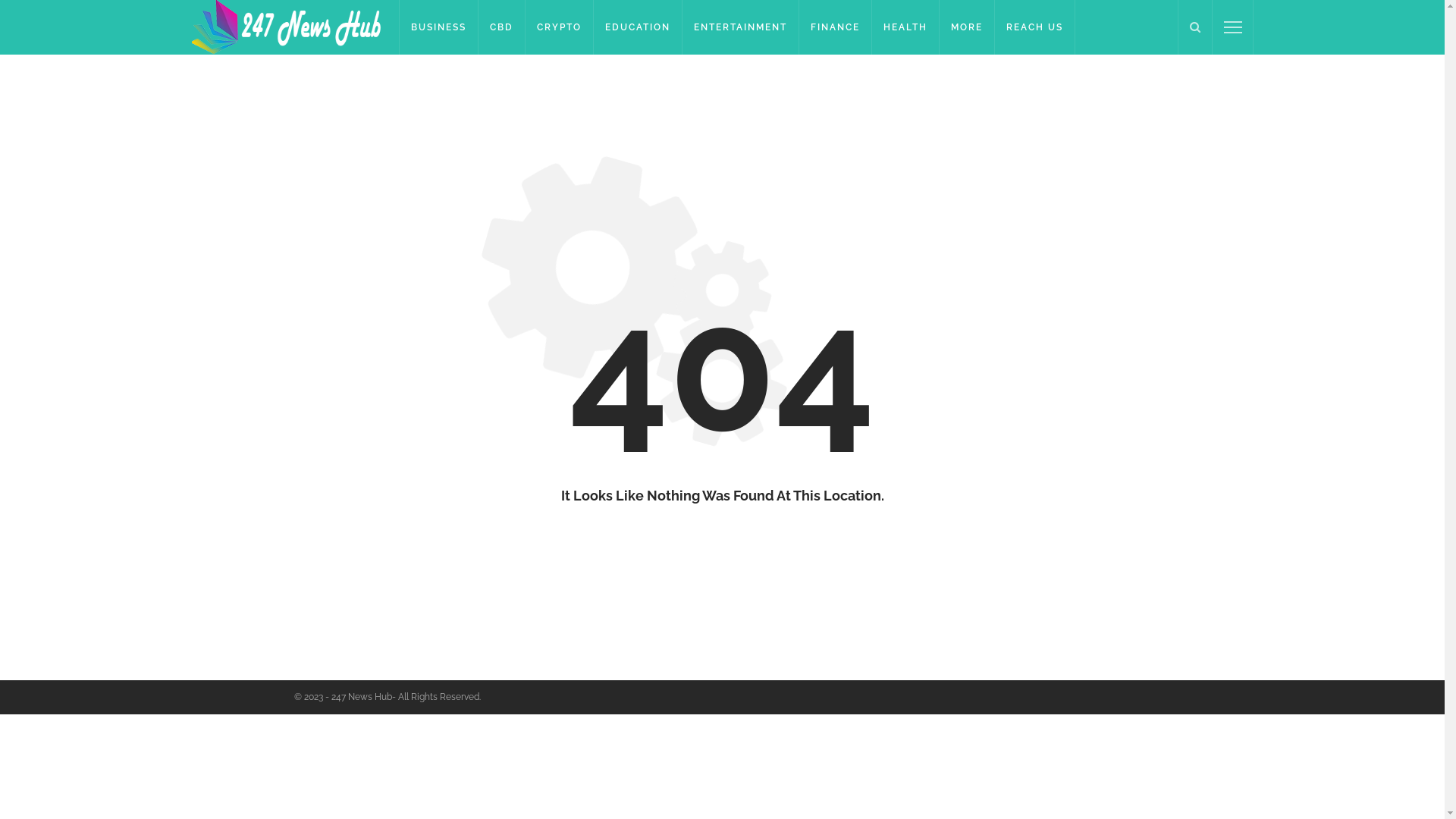  What do you see at coordinates (835, 27) in the screenshot?
I see `'FINANCE'` at bounding box center [835, 27].